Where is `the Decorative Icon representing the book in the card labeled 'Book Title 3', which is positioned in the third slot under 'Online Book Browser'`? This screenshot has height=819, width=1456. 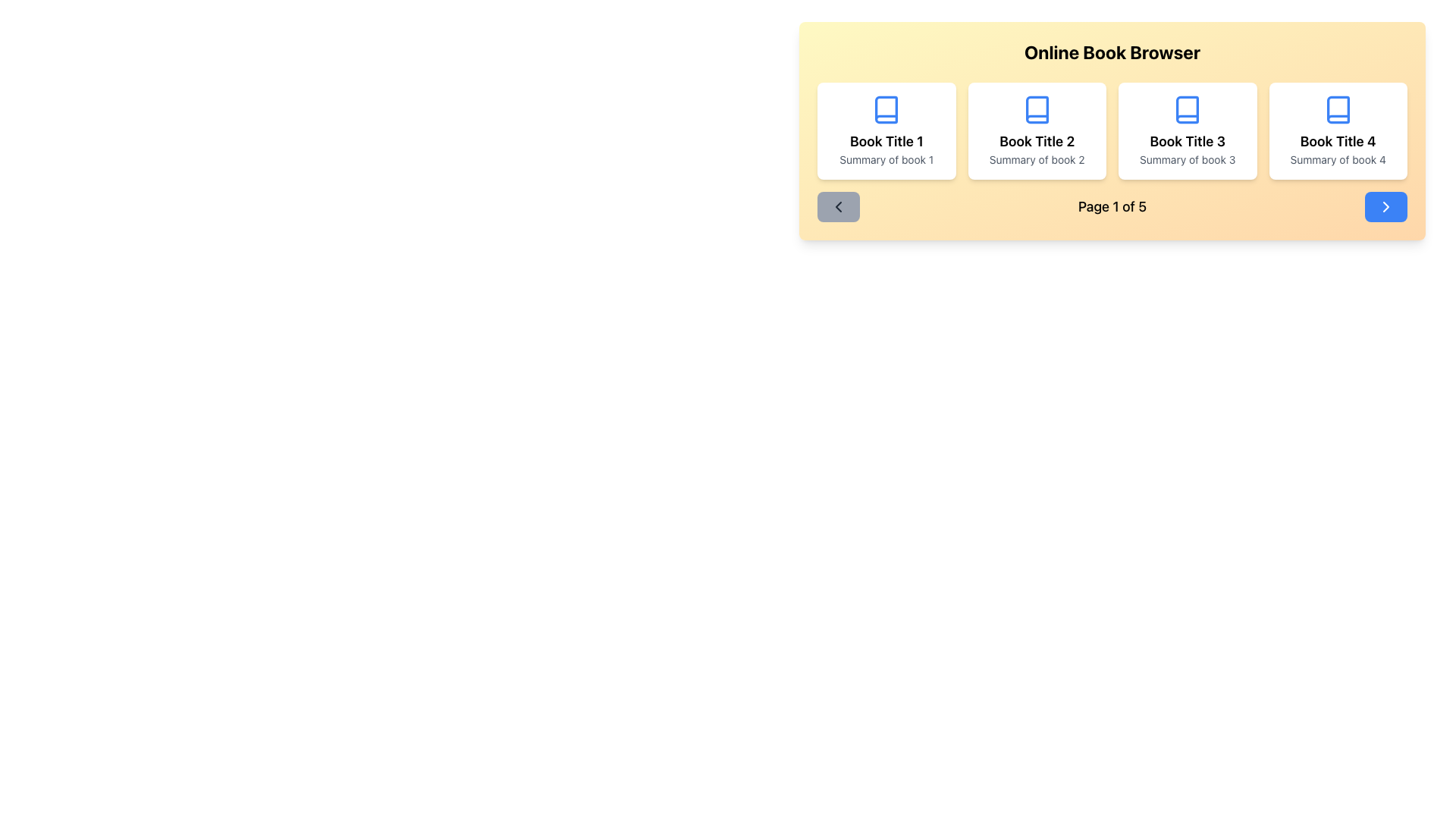 the Decorative Icon representing the book in the card labeled 'Book Title 3', which is positioned in the third slot under 'Online Book Browser' is located at coordinates (1187, 109).